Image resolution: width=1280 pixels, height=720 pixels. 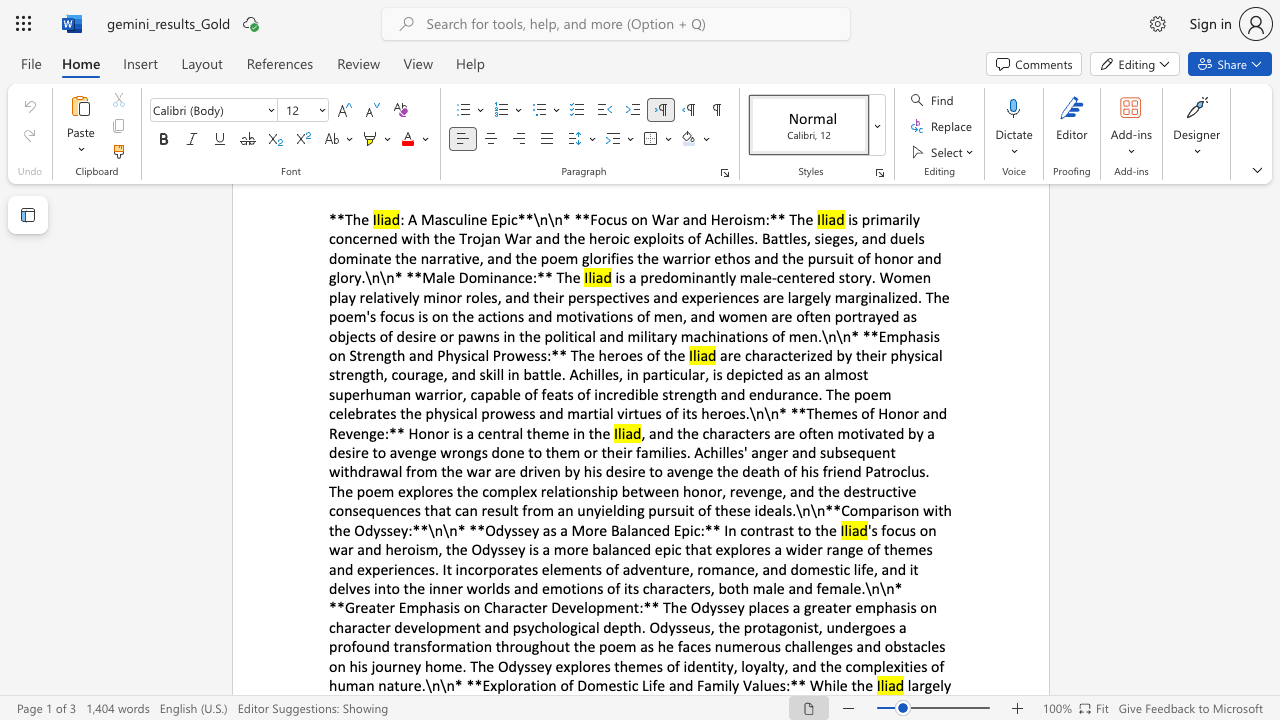 What do you see at coordinates (409, 626) in the screenshot?
I see `the subset text "velopment and psychological depth. Odysseus, the protagonist, undergoes a profound transformatio" within the text "'s focus on war and heroism, the Odyssey is a more balanced epic that explores a wider range of themes and experiences. It incorporates elements of adventure, romance, and domestic life, and it delves into the inner worlds and emotions of its characters, both male and female.\n\n* **Greater Emphasis on Character Development:** The Odyssey places a greater emphasis on character development and psychological depth. Odysseus, the protagonist, undergoes a profound transformation throughout the poem as he faces numerous challenges and obstacles on his journey home. The Odyssey explores themes of identity, loyalty, and the complexities of human nature.\n\n* **Exploration of Domestic Life and Family Values:** While the"` at bounding box center [409, 626].